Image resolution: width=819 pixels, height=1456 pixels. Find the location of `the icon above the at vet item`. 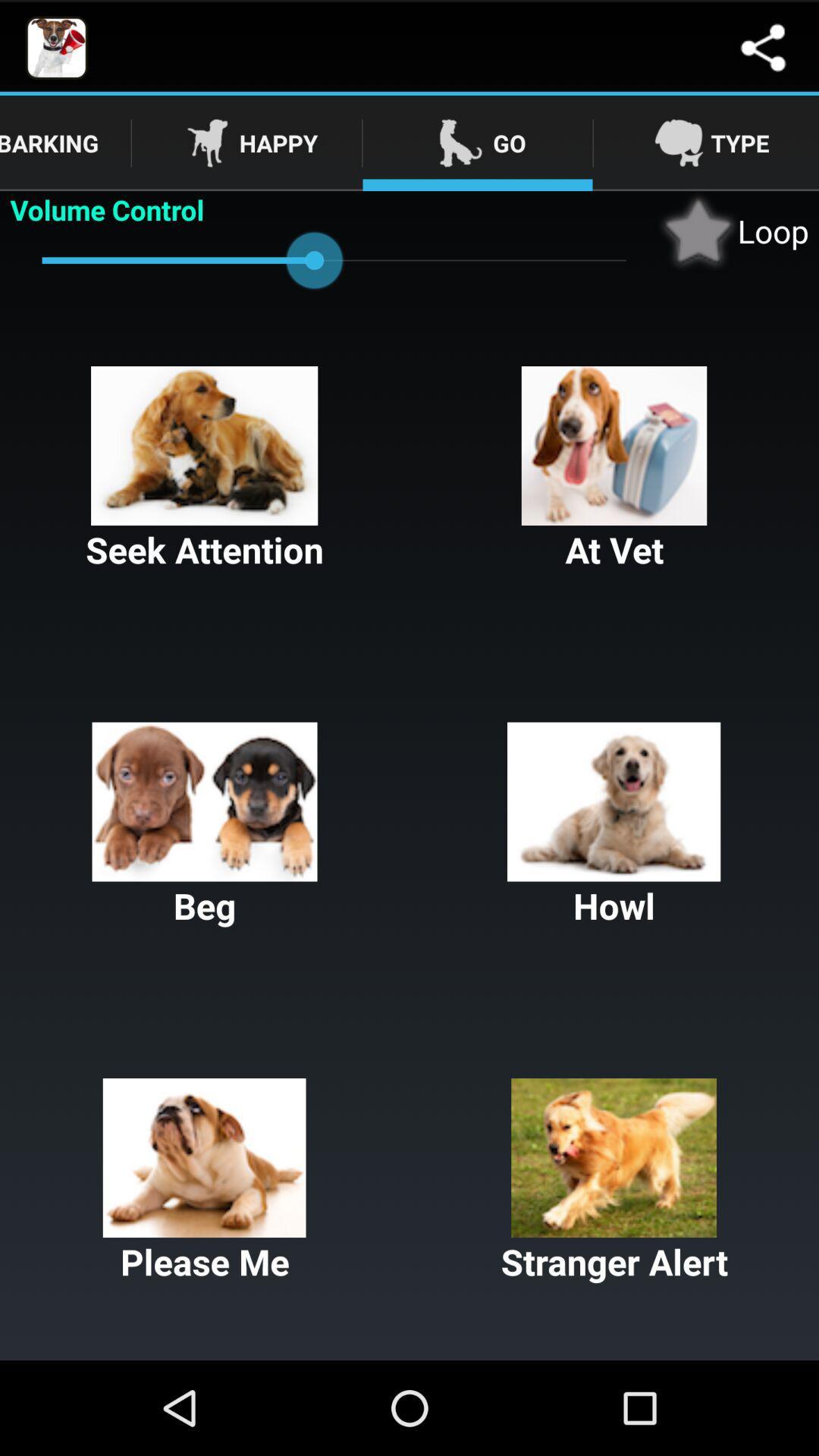

the icon above the at vet item is located at coordinates (733, 230).